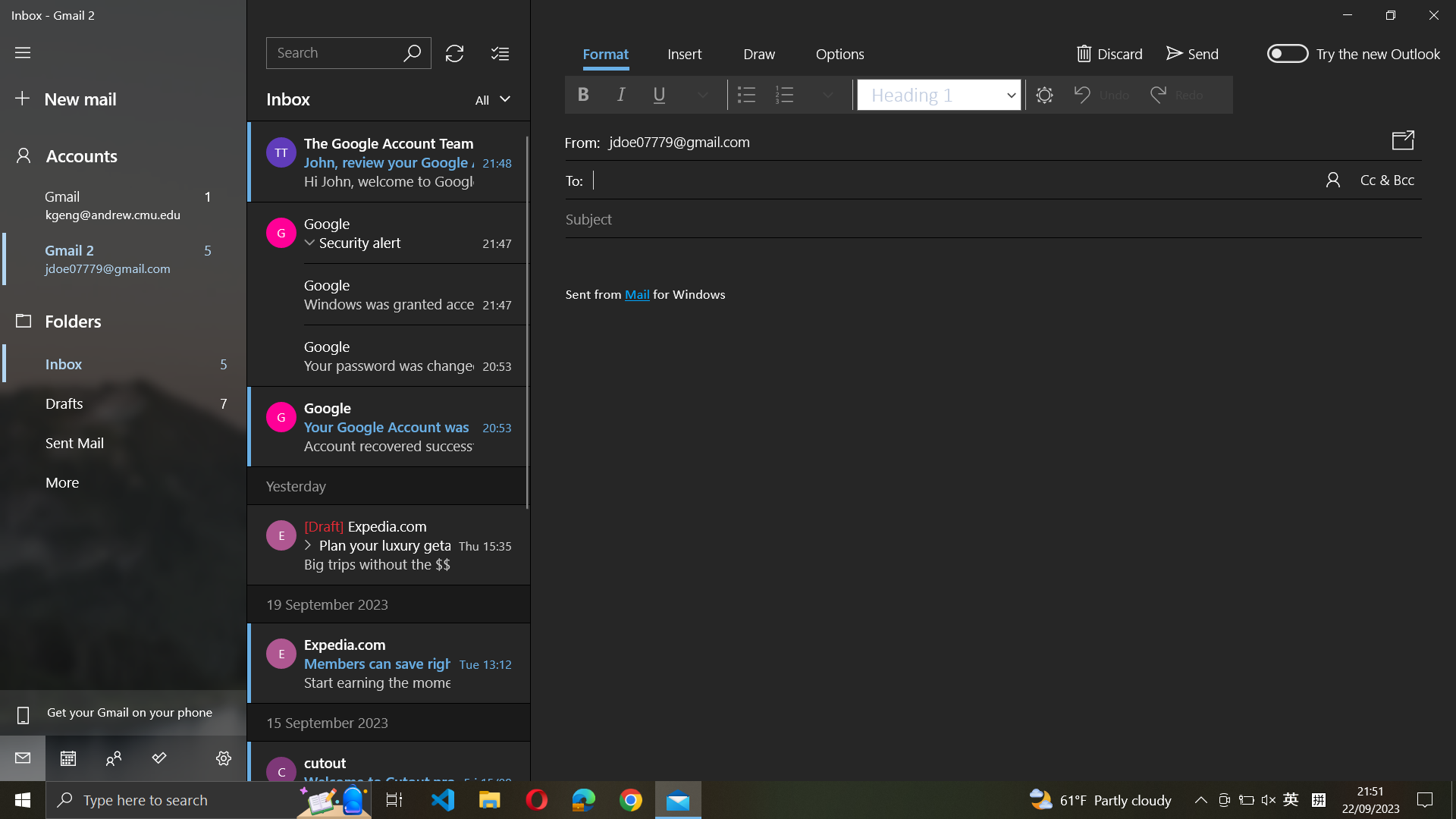 Image resolution: width=1456 pixels, height=819 pixels. Describe the element at coordinates (348, 52) in the screenshot. I see `Locate Google"s emails in the inbox` at that location.